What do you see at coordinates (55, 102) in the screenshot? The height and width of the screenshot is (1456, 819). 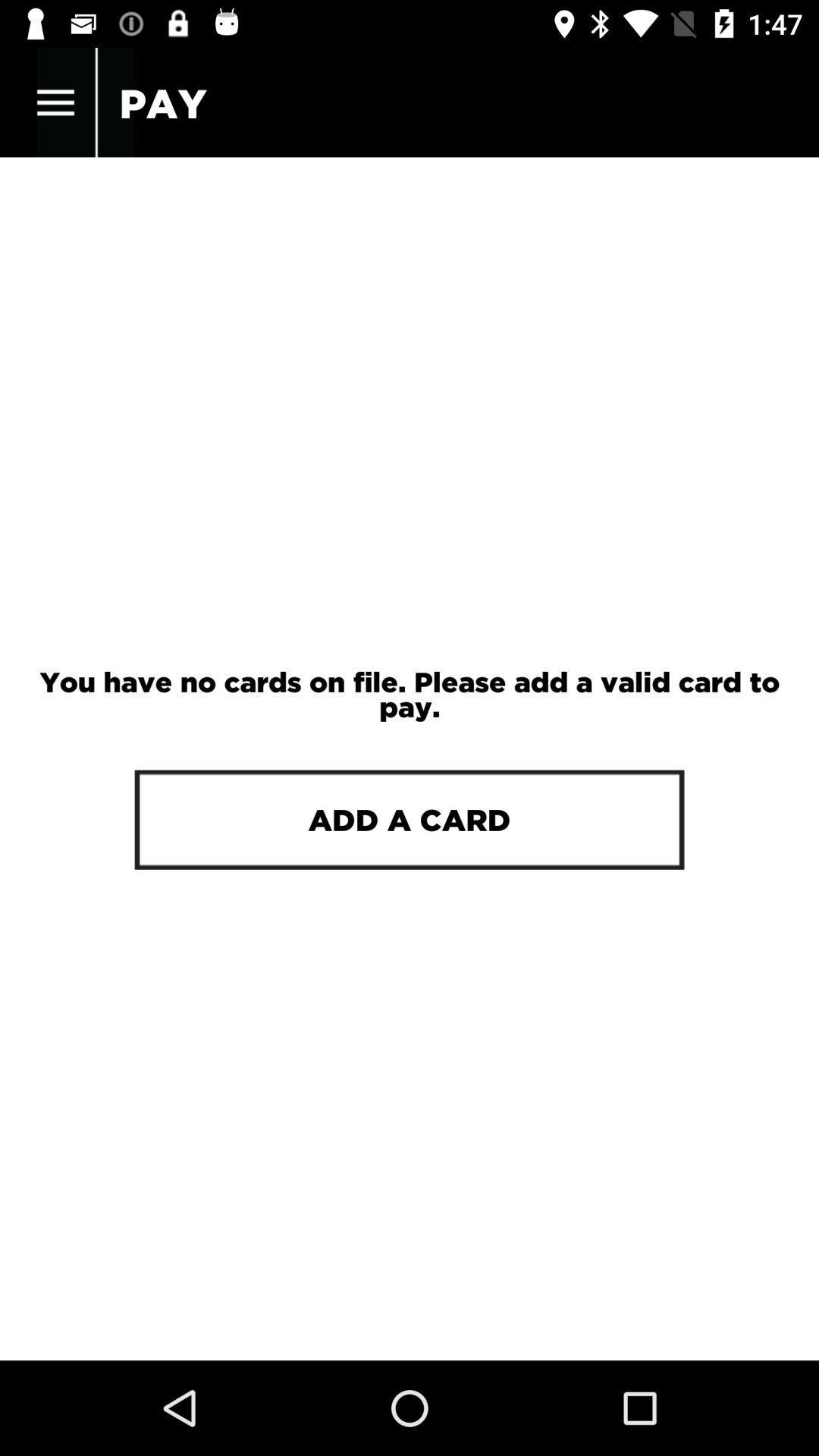 I see `the item next to the pay` at bounding box center [55, 102].